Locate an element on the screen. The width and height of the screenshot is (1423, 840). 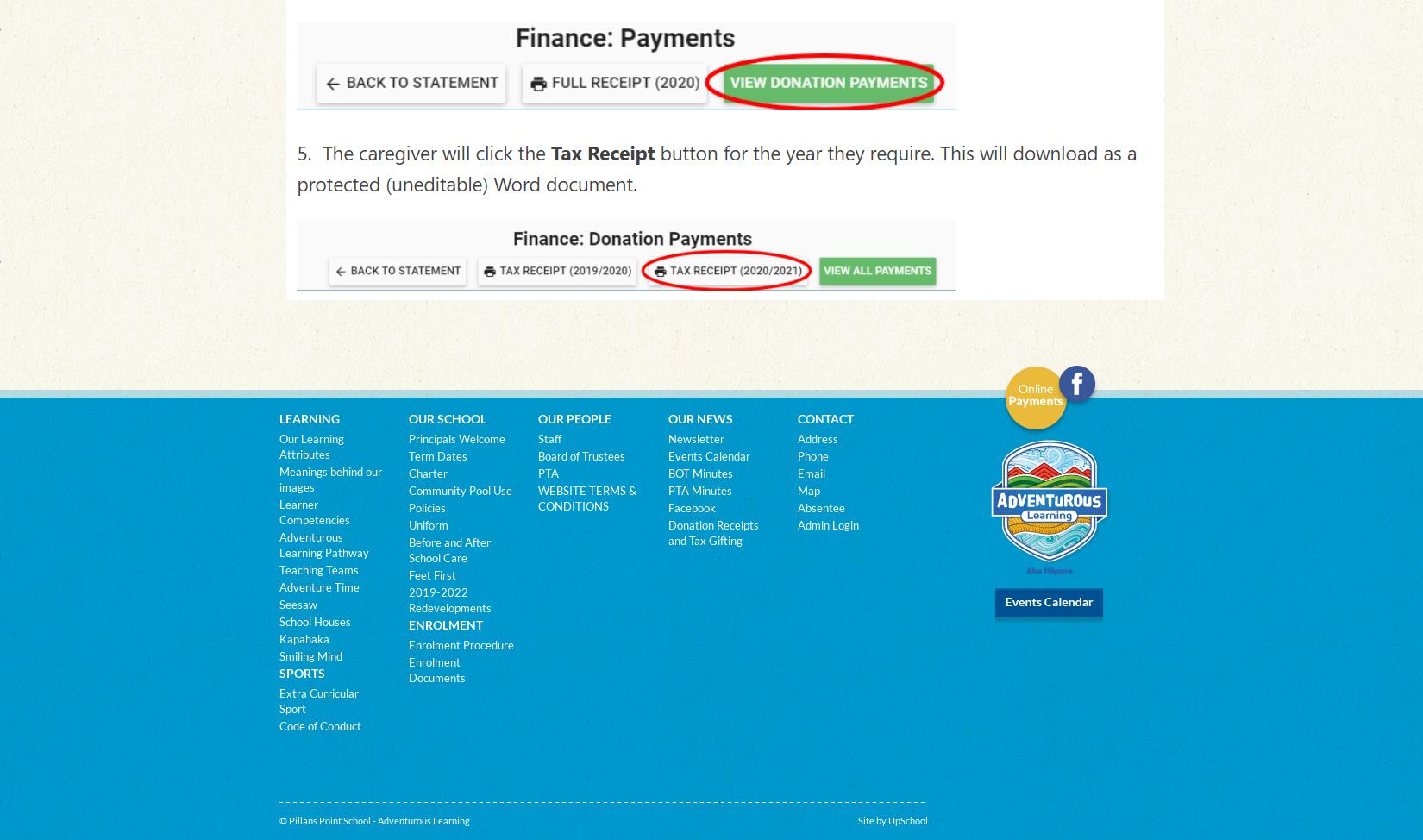
'Board of Trustees' is located at coordinates (537, 455).